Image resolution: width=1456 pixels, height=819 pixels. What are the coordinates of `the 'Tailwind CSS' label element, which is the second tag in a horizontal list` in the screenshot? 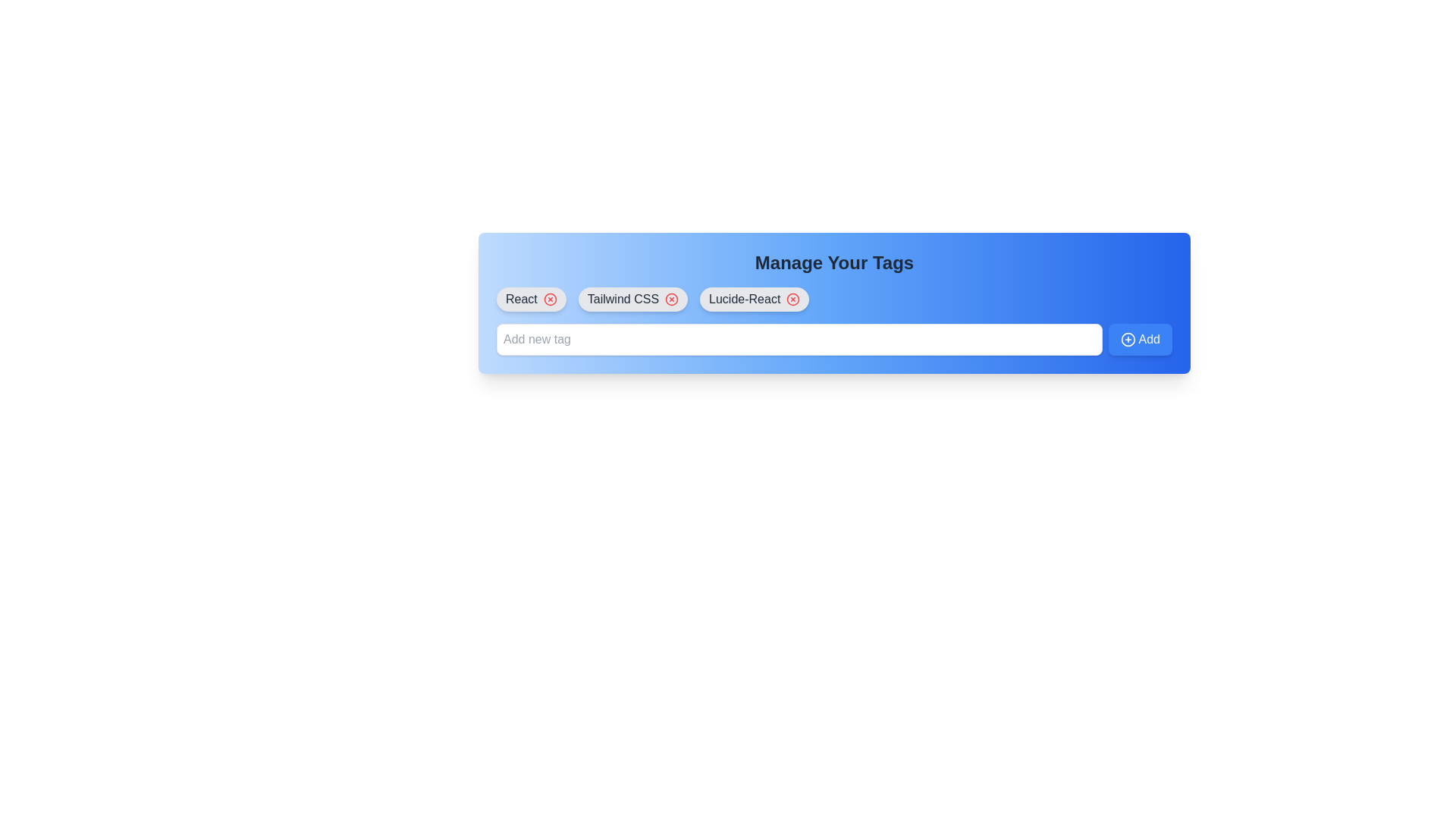 It's located at (623, 299).